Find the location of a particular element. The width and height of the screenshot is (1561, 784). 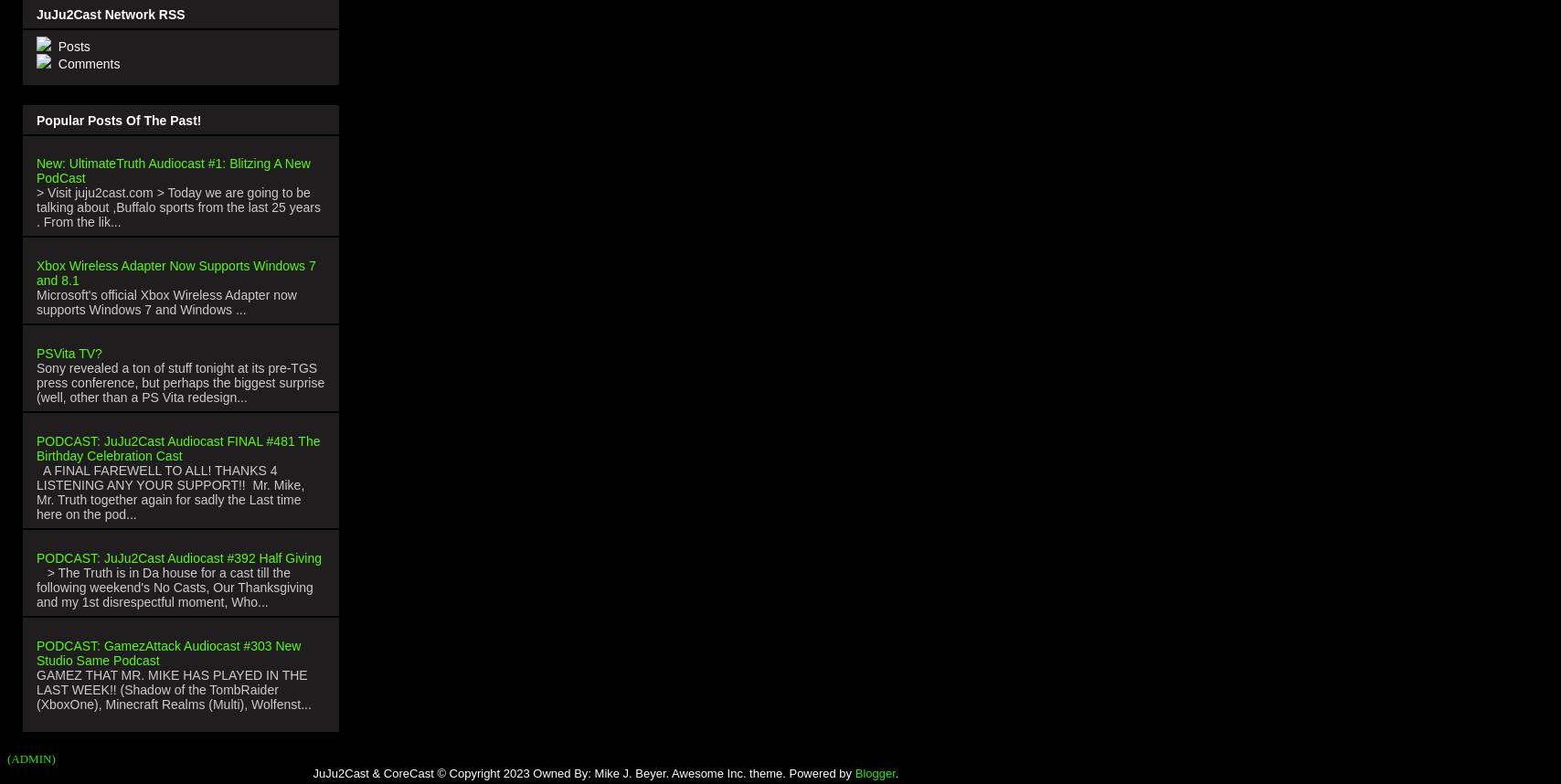

'.' is located at coordinates (897, 771).